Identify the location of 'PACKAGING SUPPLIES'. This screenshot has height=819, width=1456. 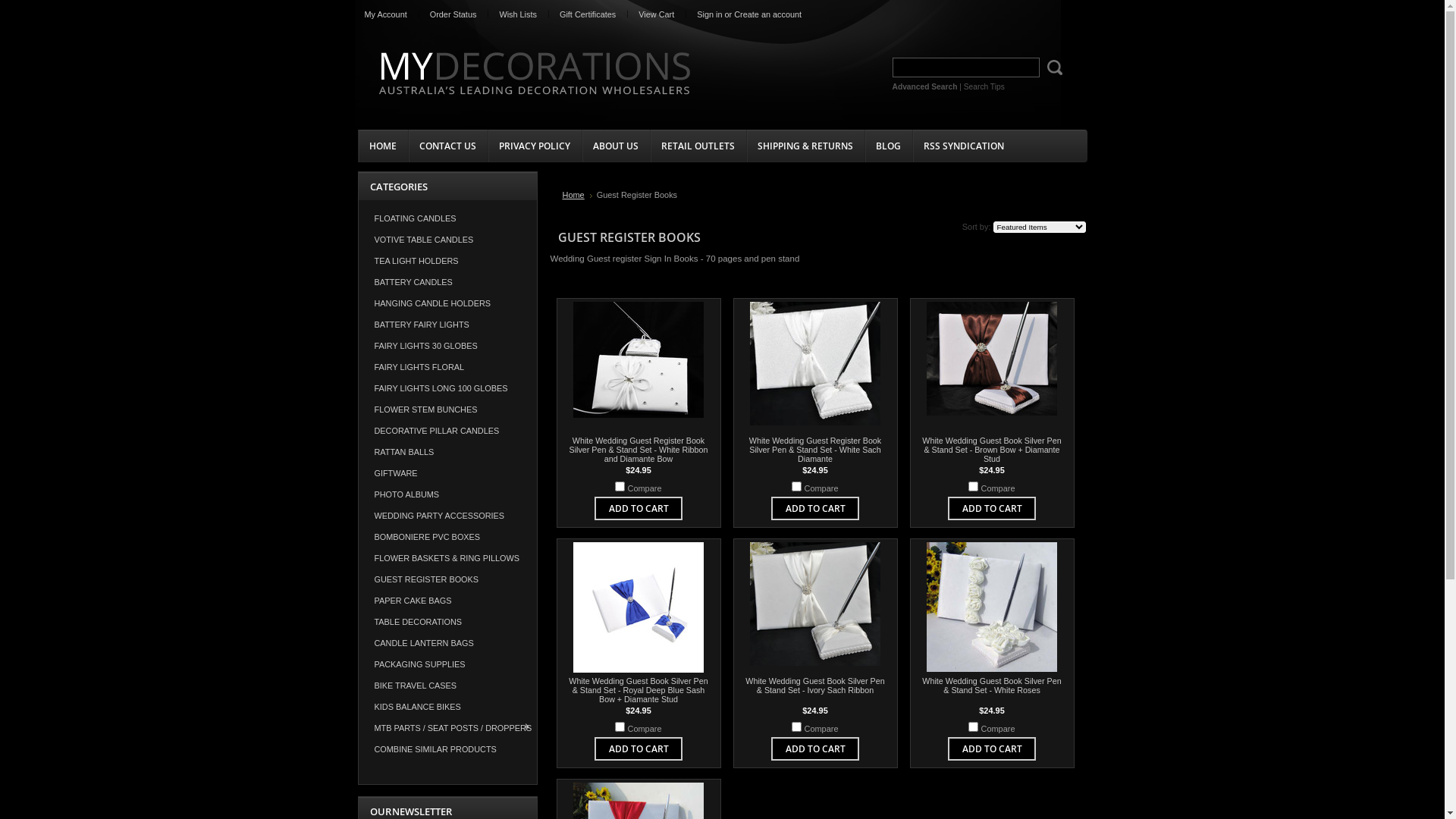
(356, 663).